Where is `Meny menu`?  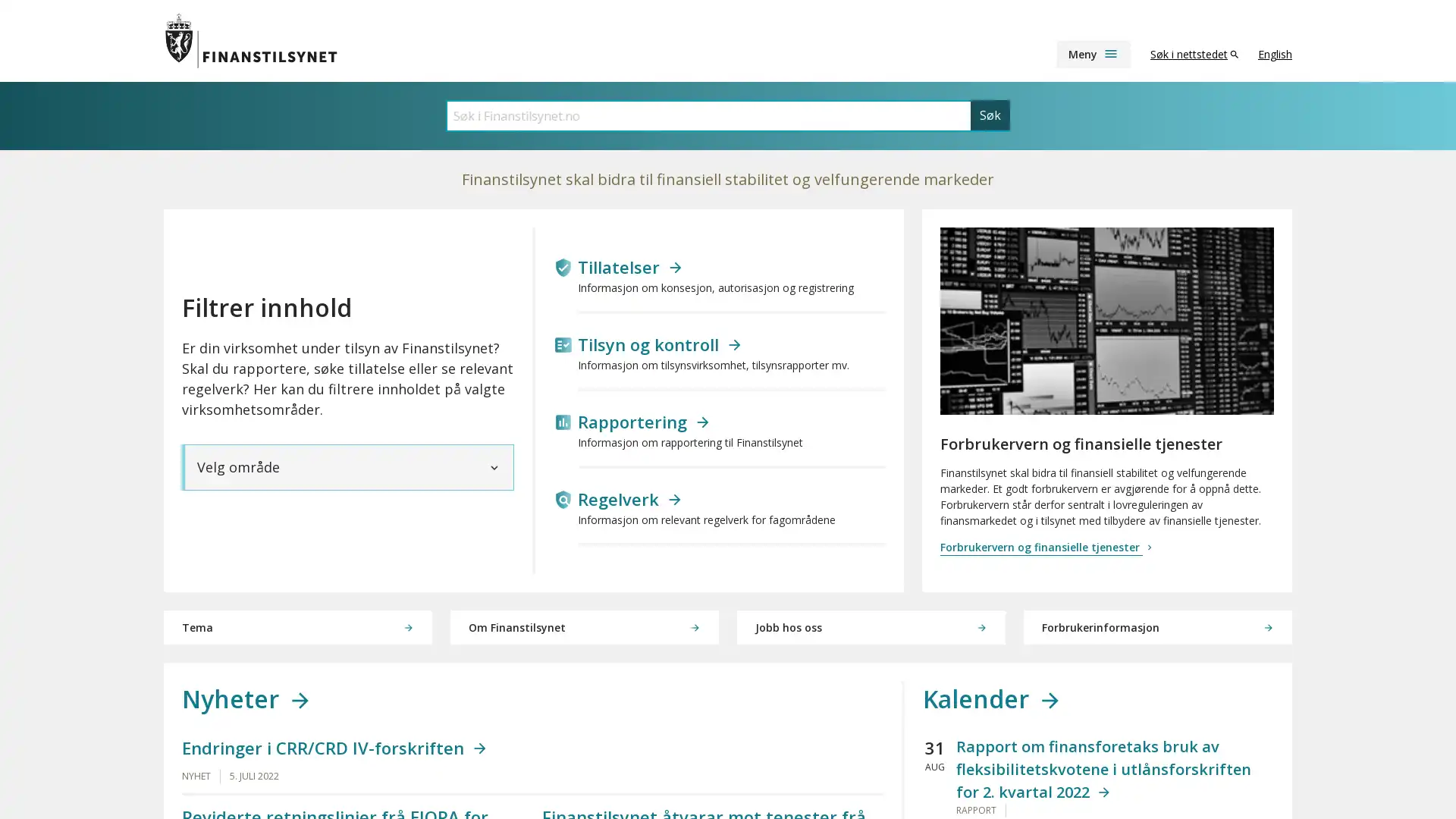 Meny menu is located at coordinates (1093, 52).